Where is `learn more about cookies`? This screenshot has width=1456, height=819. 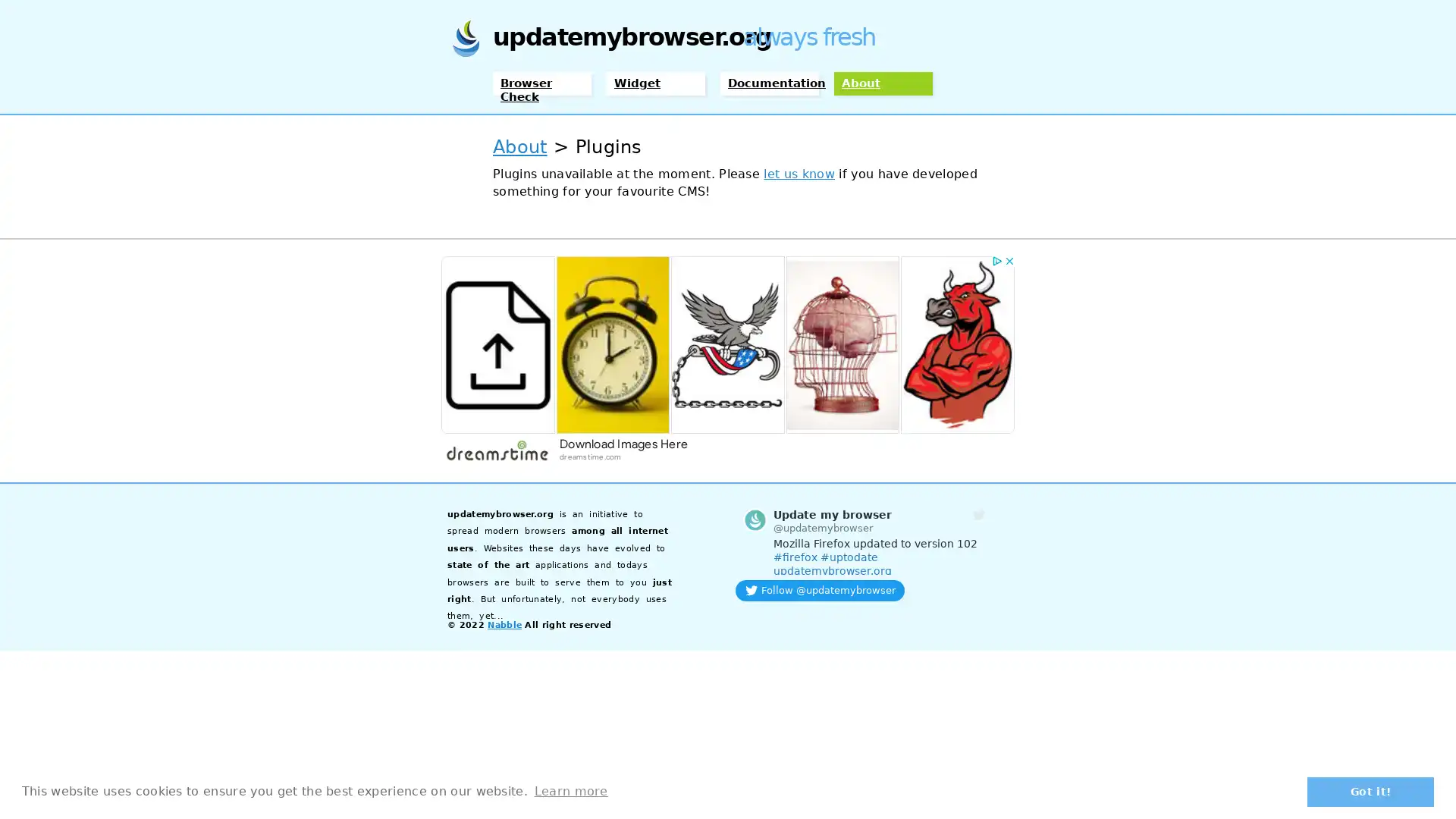
learn more about cookies is located at coordinates (570, 791).